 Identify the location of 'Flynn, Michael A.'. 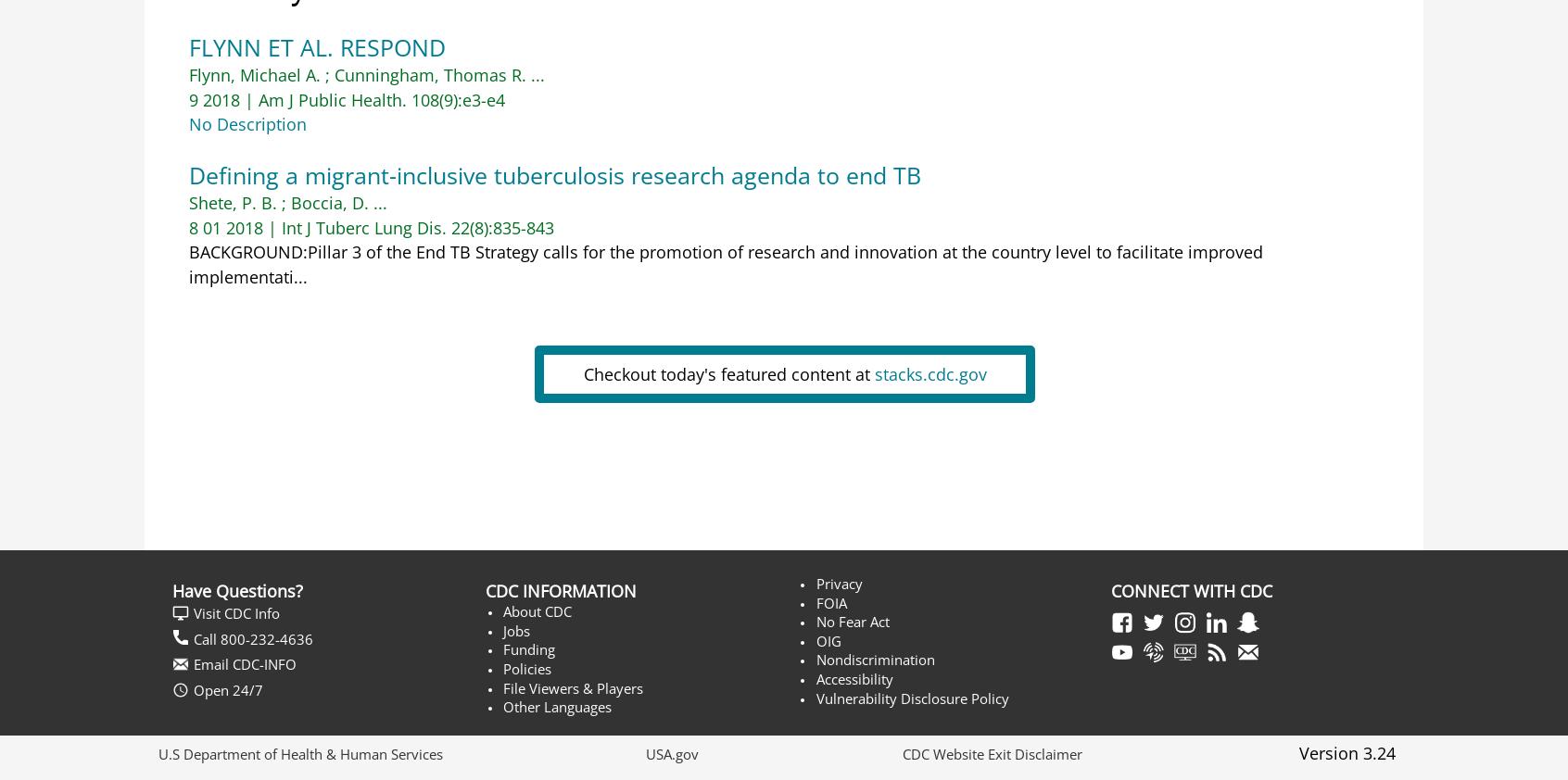
(253, 74).